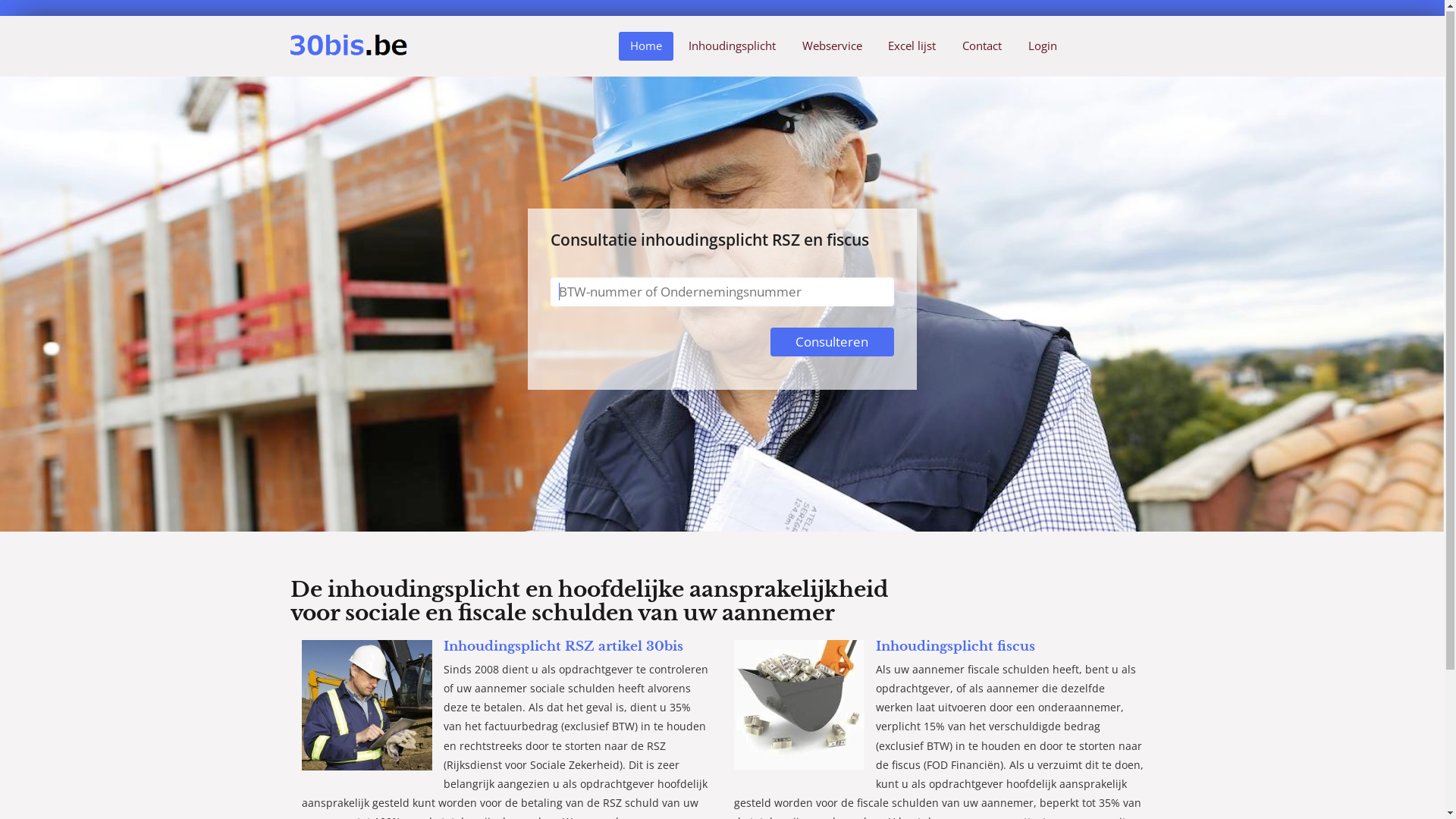 This screenshot has width=1456, height=819. I want to click on 'Inhoudingsplicht fiscus', so click(953, 647).